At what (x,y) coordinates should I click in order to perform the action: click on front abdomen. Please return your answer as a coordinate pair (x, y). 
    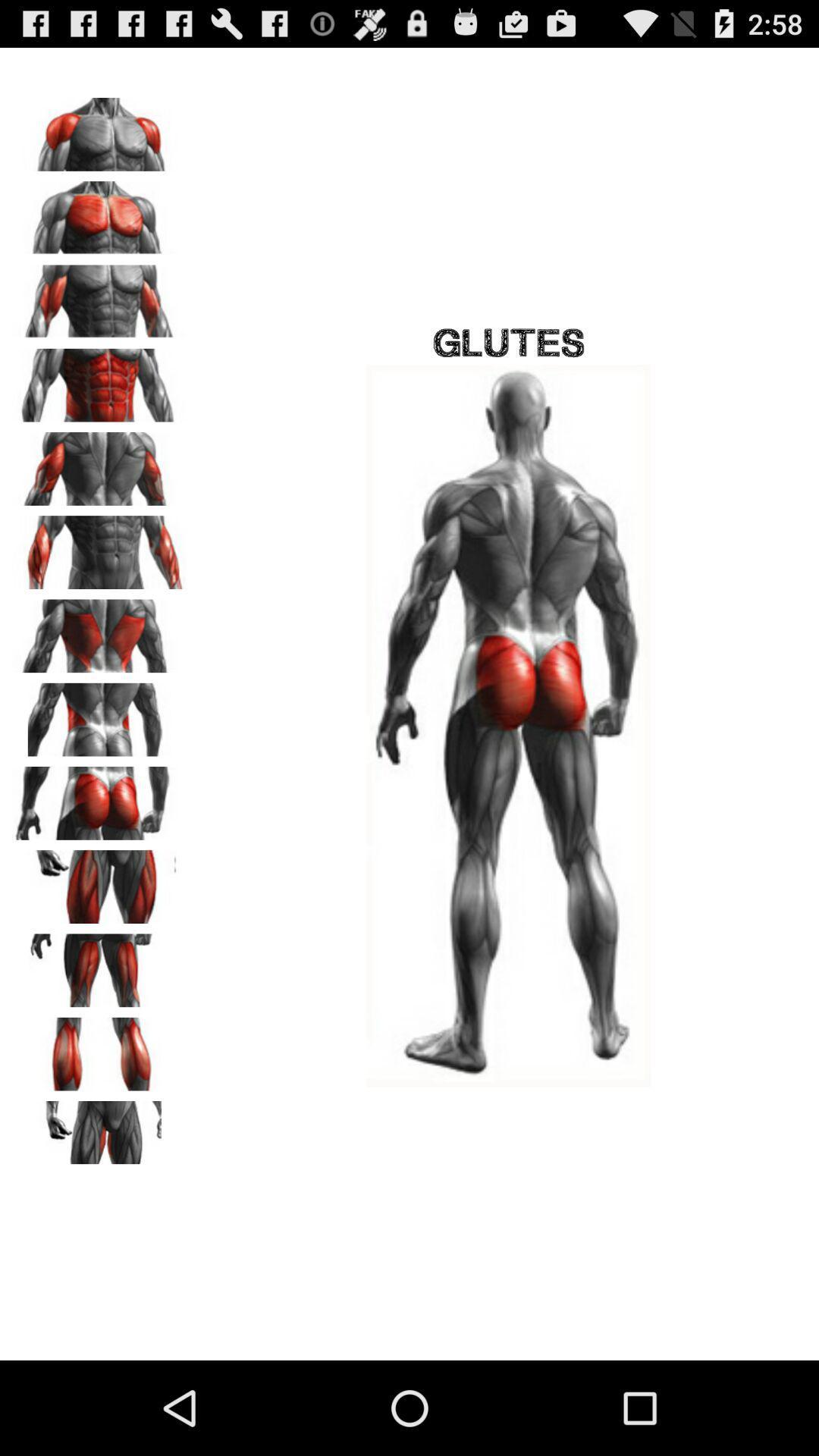
    Looking at the image, I should click on (99, 380).